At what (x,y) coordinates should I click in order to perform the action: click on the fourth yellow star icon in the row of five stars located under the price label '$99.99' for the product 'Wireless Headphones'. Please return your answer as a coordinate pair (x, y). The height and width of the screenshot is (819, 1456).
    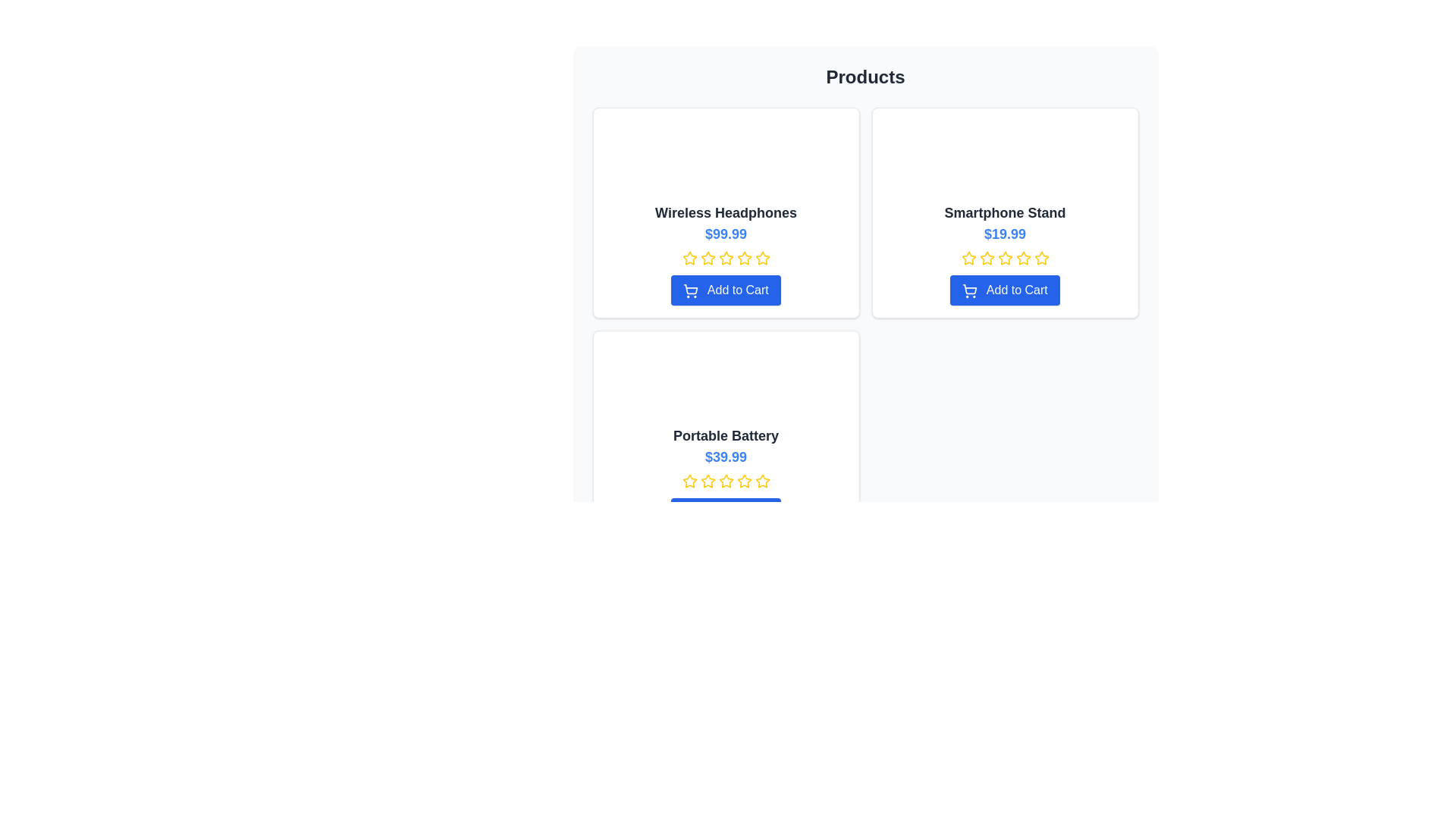
    Looking at the image, I should click on (725, 257).